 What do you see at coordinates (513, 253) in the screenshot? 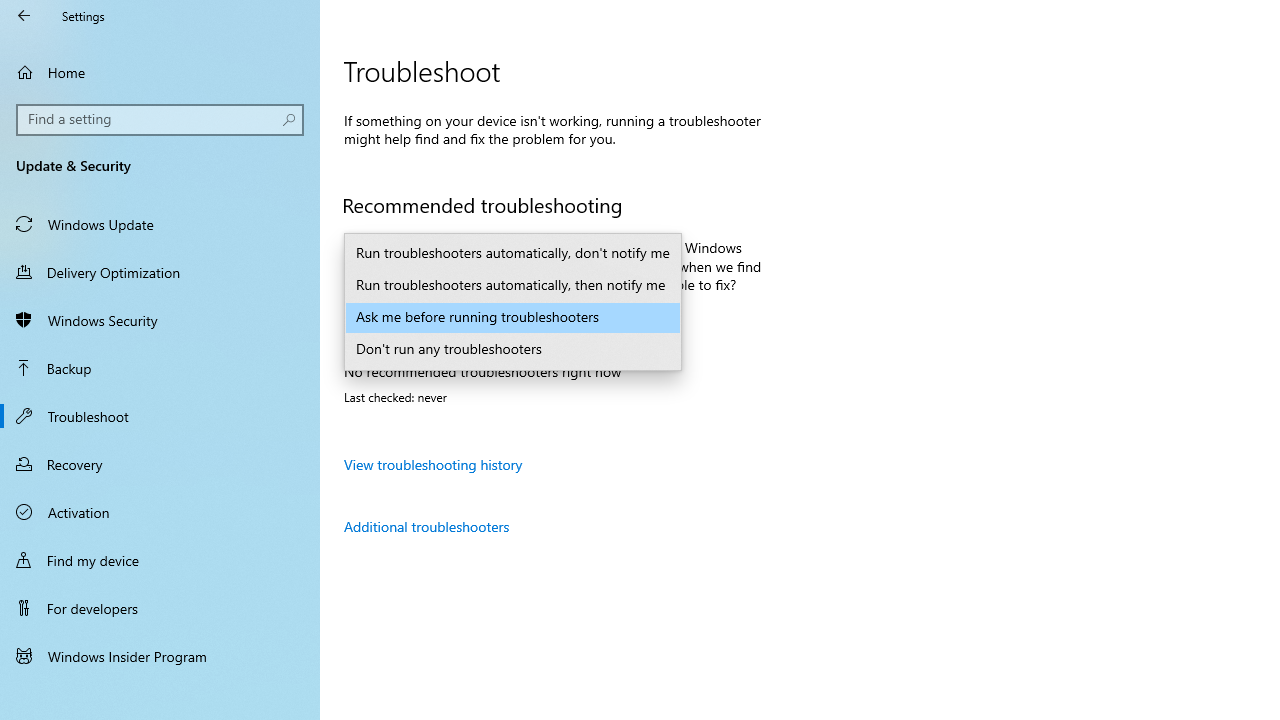
I see `'Run troubleshooters automatically, don'` at bounding box center [513, 253].